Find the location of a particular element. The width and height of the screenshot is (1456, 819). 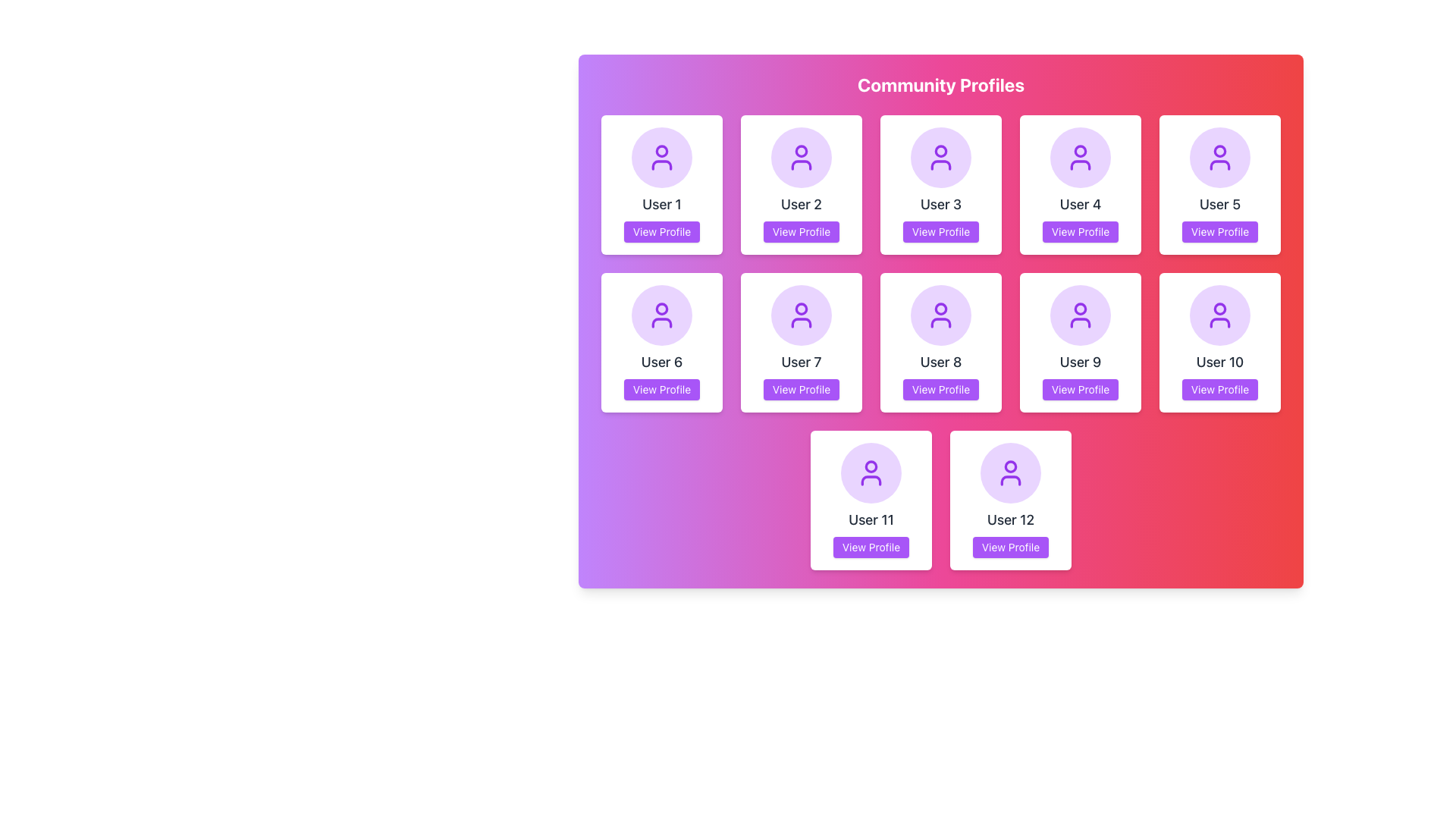

the text label displaying the username 'User 6' which is located in the second row and second column of the user profile grid, directly below the user avatar is located at coordinates (662, 362).